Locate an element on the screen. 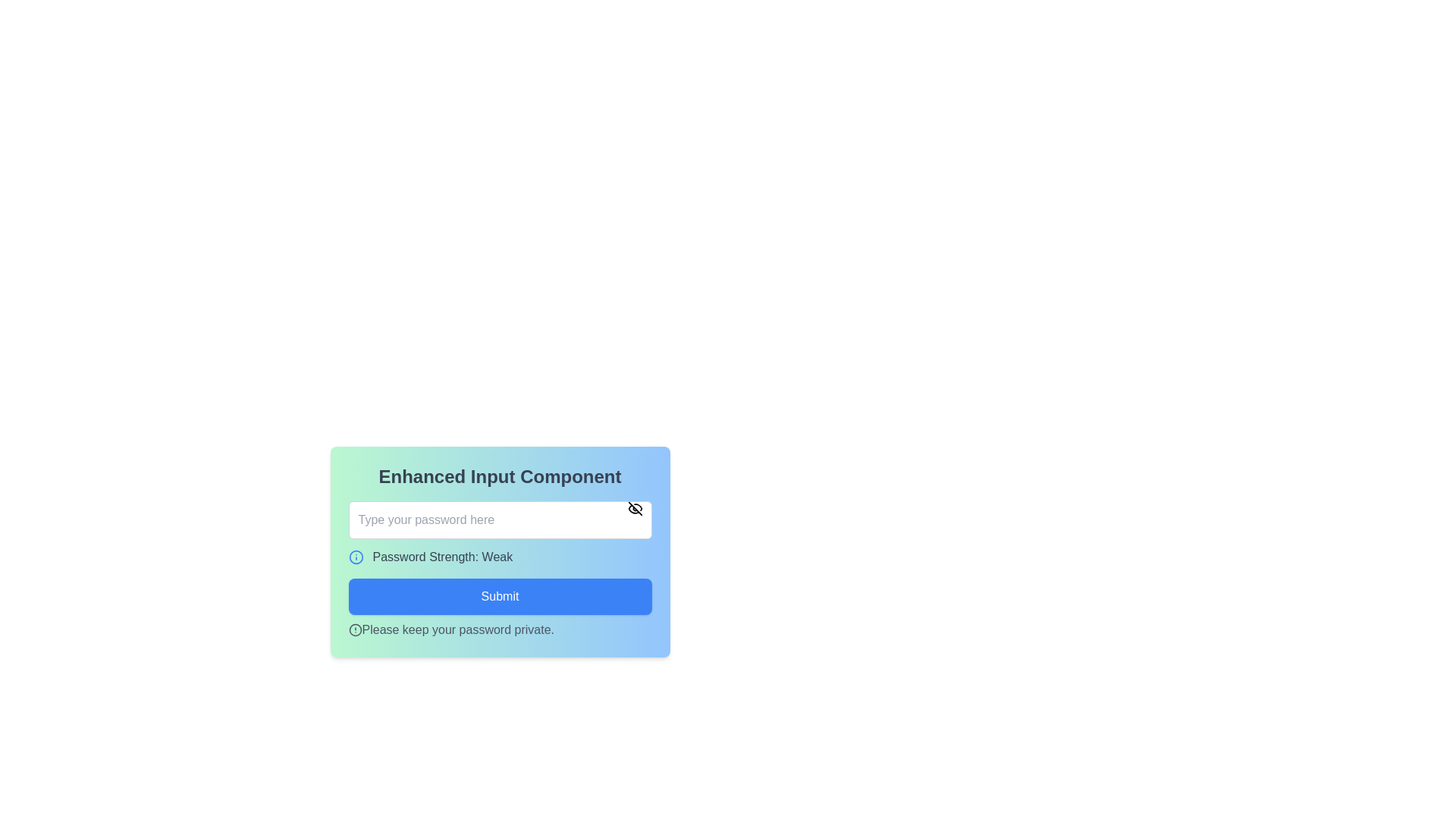 This screenshot has width=1456, height=819. the Text label displaying 'Password Strength: Weak', which is styled with a distinct red color and located below the password input field and above the 'Submit' button is located at coordinates (500, 552).